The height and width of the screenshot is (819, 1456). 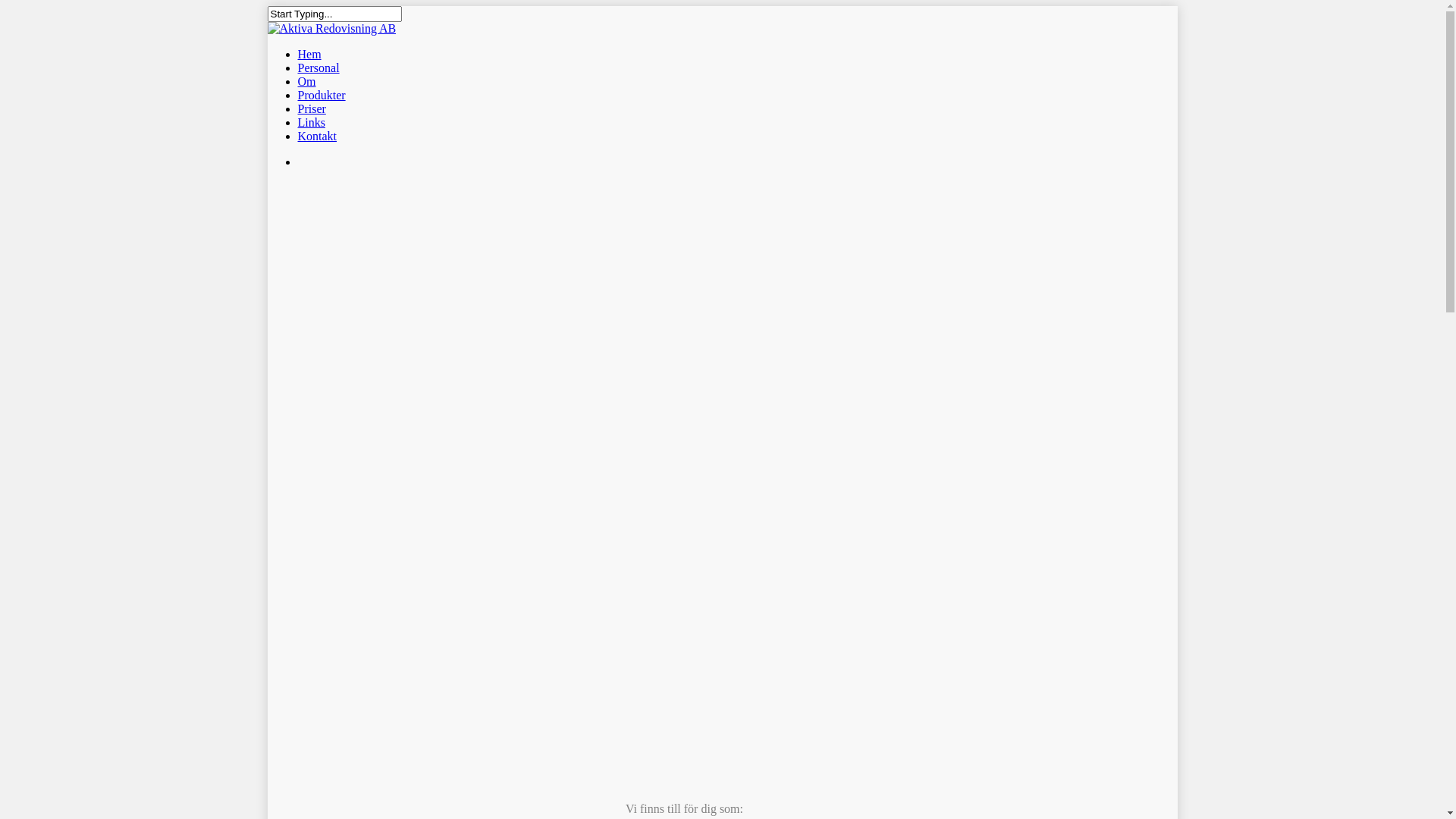 What do you see at coordinates (317, 67) in the screenshot?
I see `'Personal'` at bounding box center [317, 67].